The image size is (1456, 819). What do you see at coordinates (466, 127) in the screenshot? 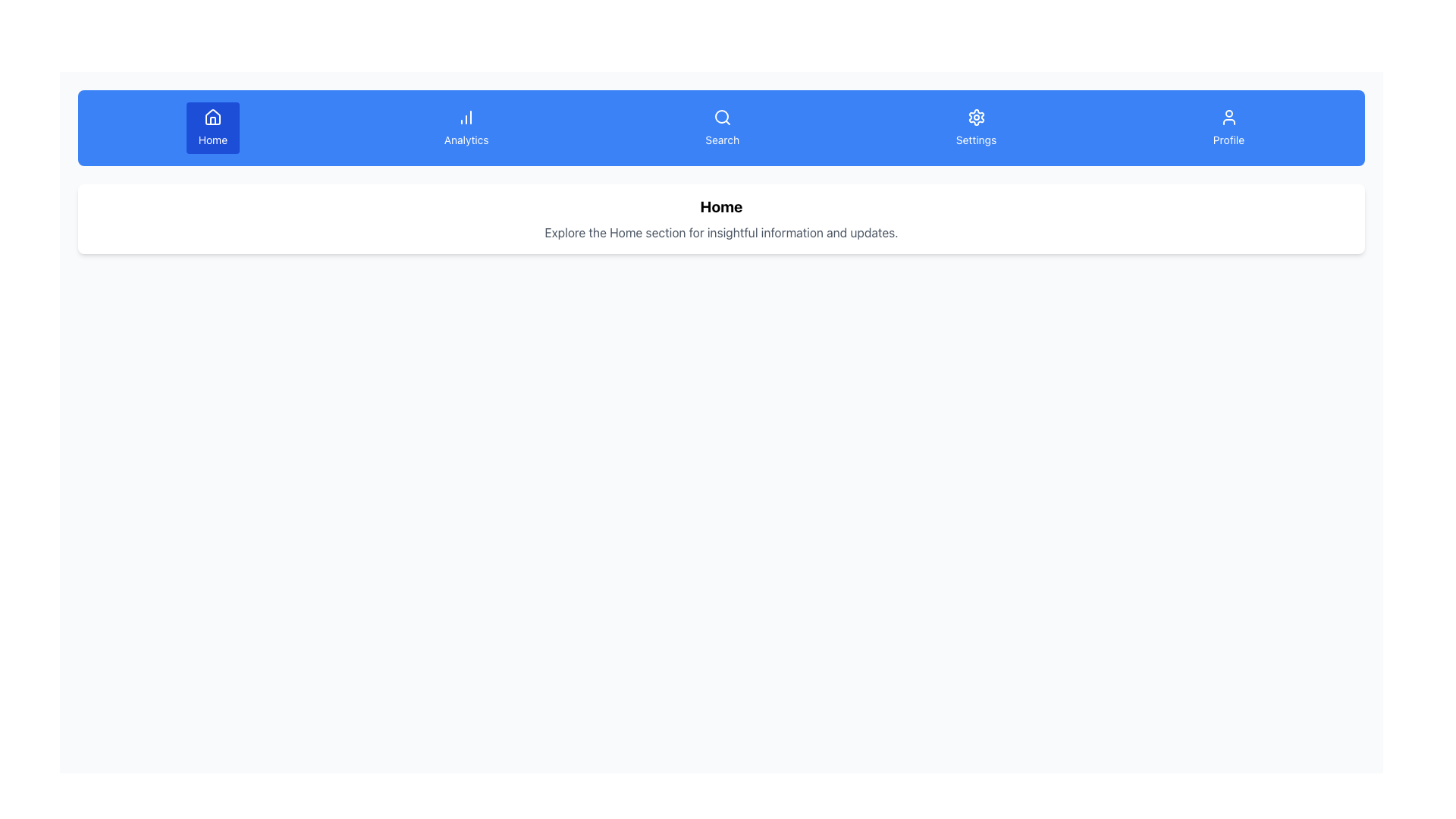
I see `the Analytics button in the horizontal navigation bar` at bounding box center [466, 127].